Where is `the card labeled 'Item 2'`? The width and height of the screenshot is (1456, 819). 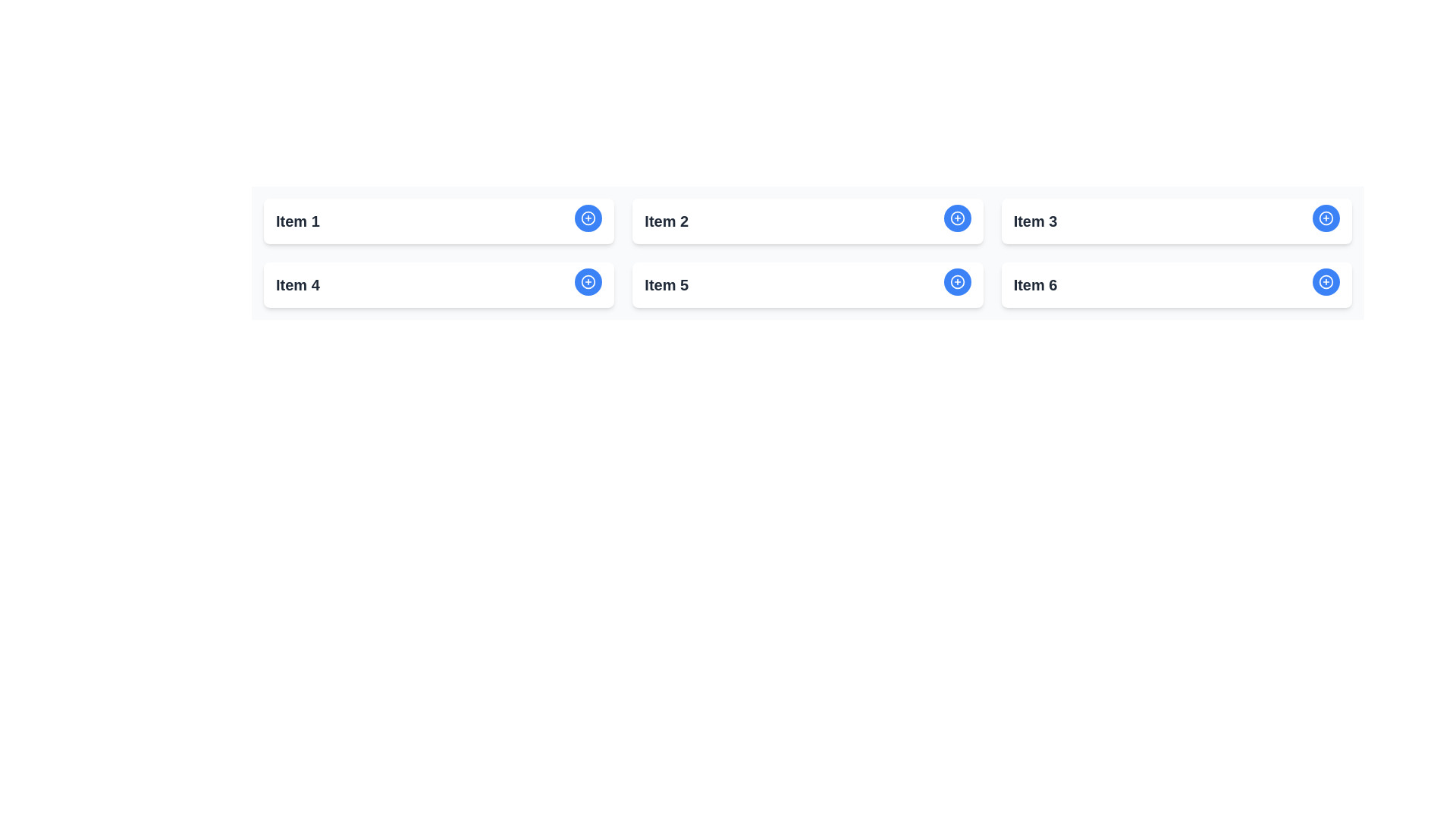 the card labeled 'Item 2' is located at coordinates (807, 221).